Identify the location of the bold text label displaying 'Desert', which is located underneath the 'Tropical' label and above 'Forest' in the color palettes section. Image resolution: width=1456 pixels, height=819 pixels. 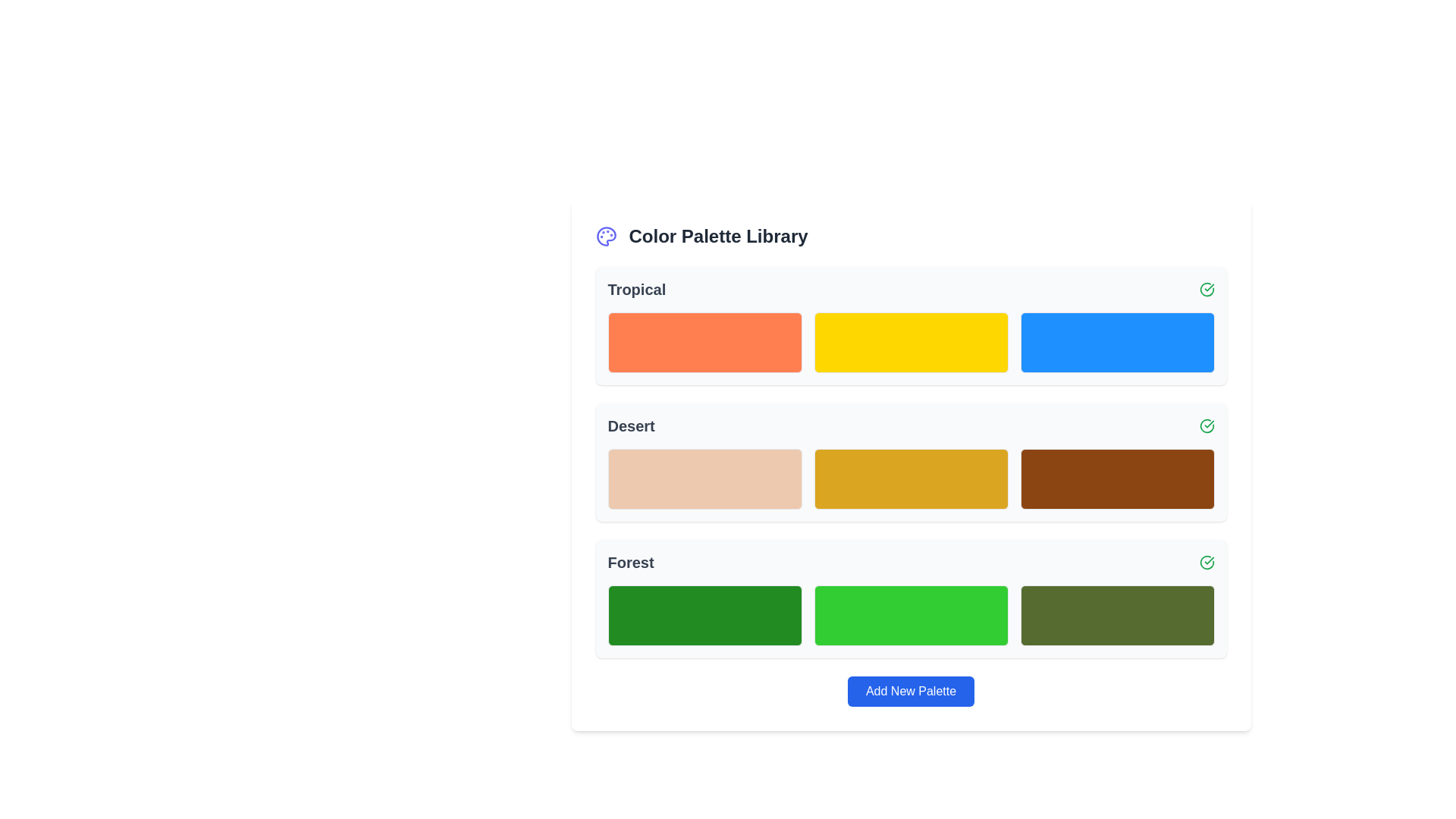
(631, 426).